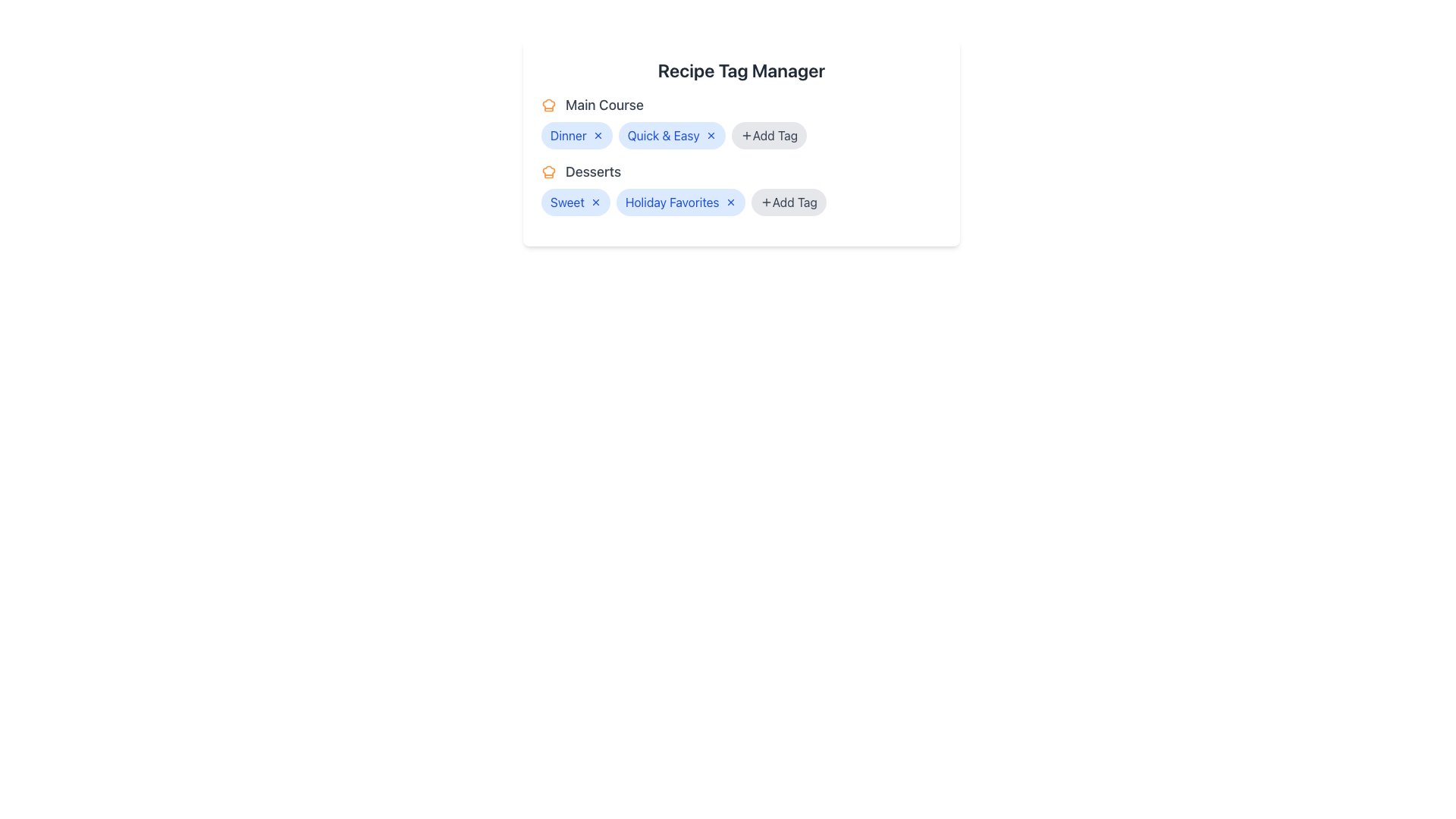 This screenshot has width=1456, height=819. What do you see at coordinates (768, 134) in the screenshot?
I see `the '+ Add Tag' pill-shaped button with a gray background` at bounding box center [768, 134].